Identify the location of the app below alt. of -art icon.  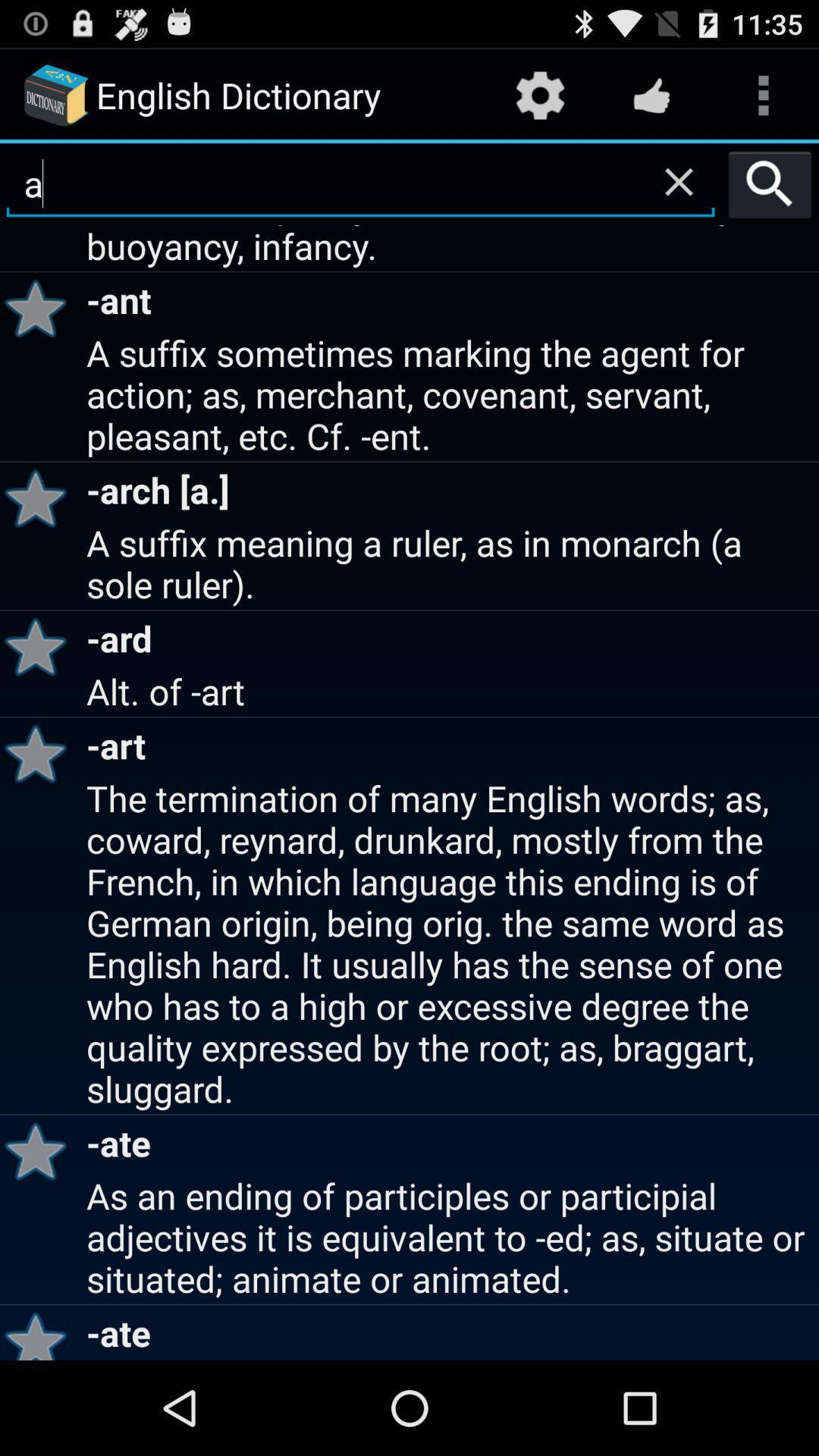
(40, 753).